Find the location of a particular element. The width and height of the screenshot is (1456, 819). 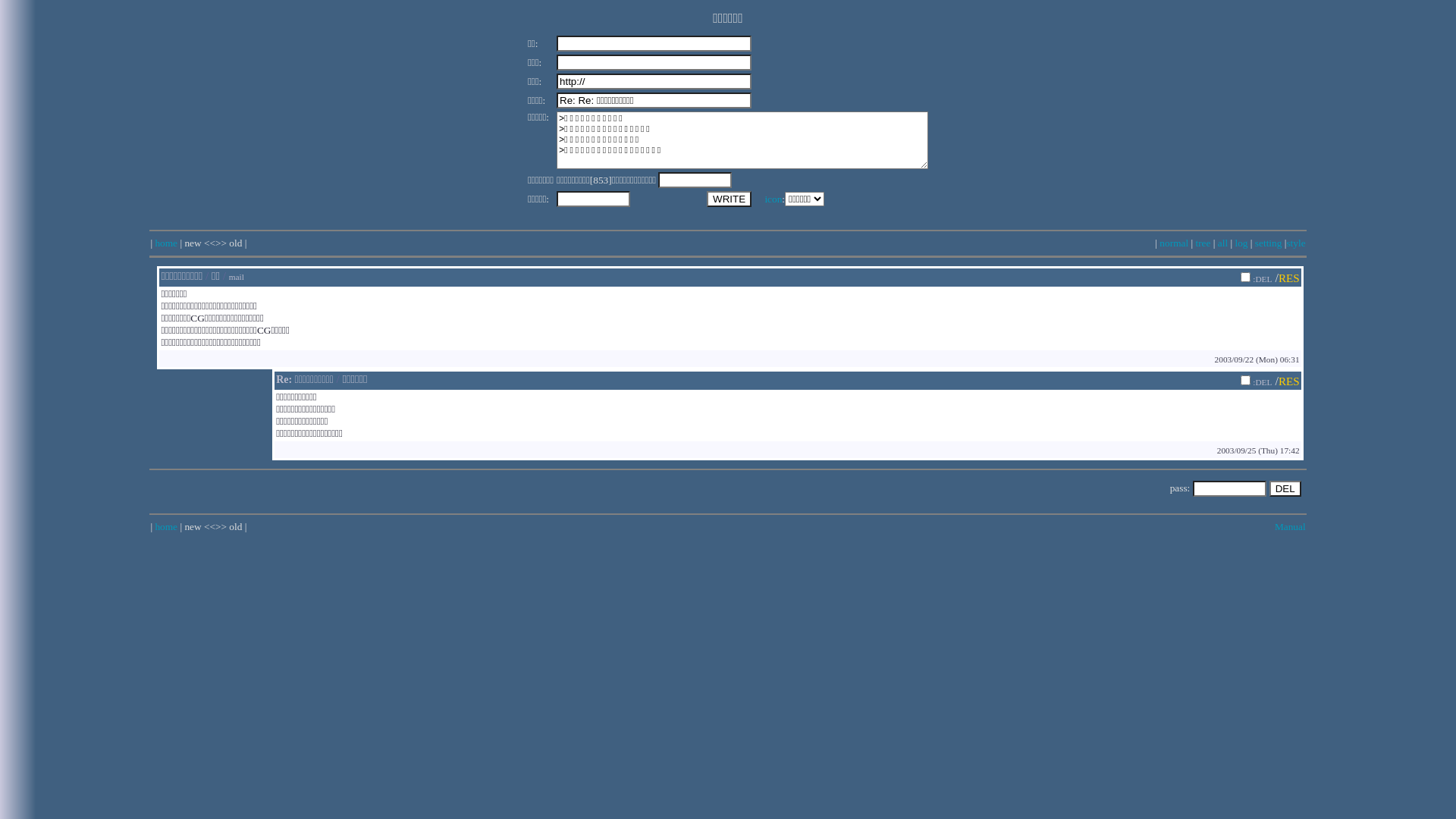

'normal' is located at coordinates (1173, 242).